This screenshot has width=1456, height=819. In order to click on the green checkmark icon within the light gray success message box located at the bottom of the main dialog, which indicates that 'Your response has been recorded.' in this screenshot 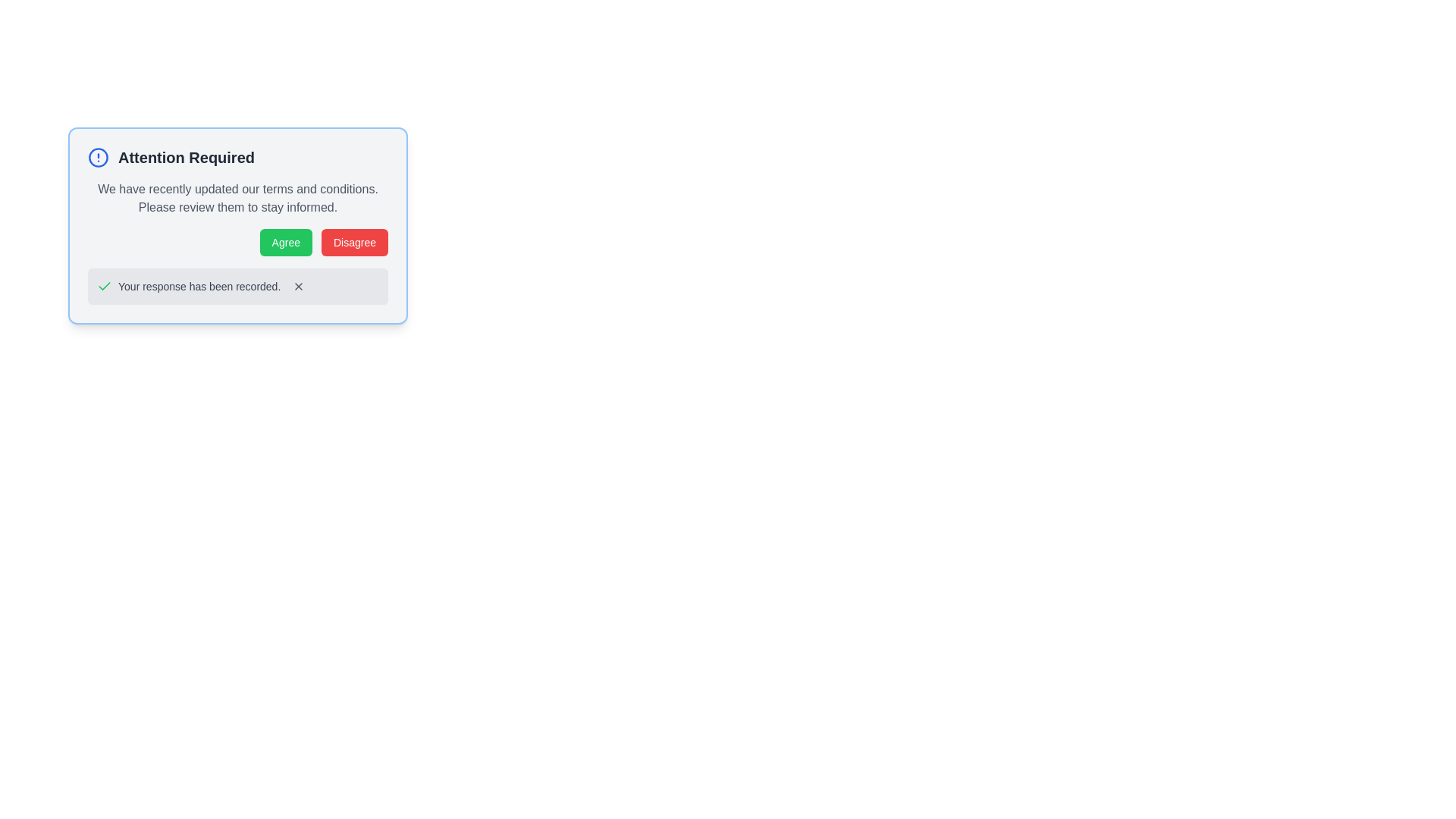, I will do `click(104, 287)`.